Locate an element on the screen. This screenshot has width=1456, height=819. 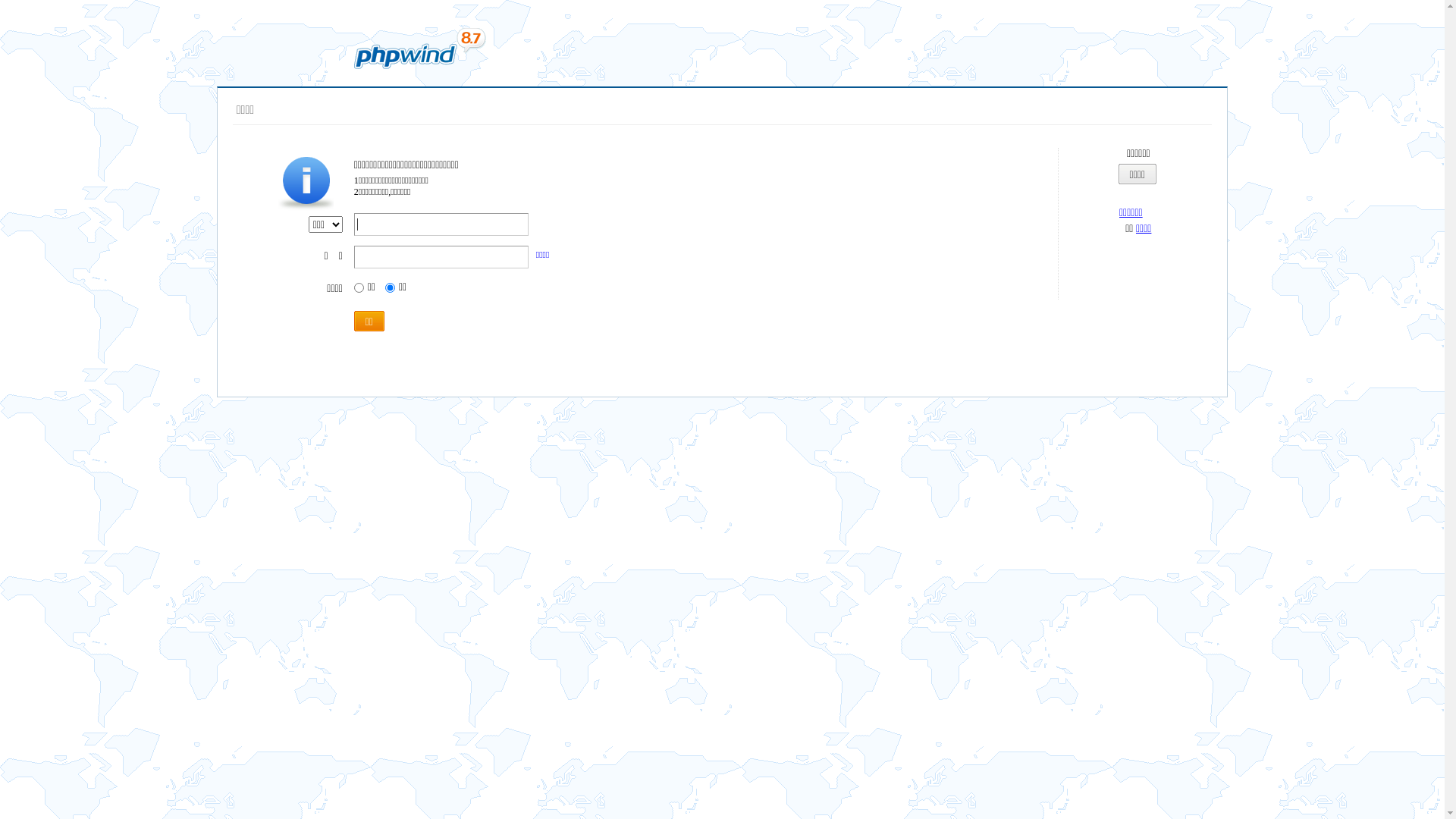
'phpwind' is located at coordinates (419, 48).